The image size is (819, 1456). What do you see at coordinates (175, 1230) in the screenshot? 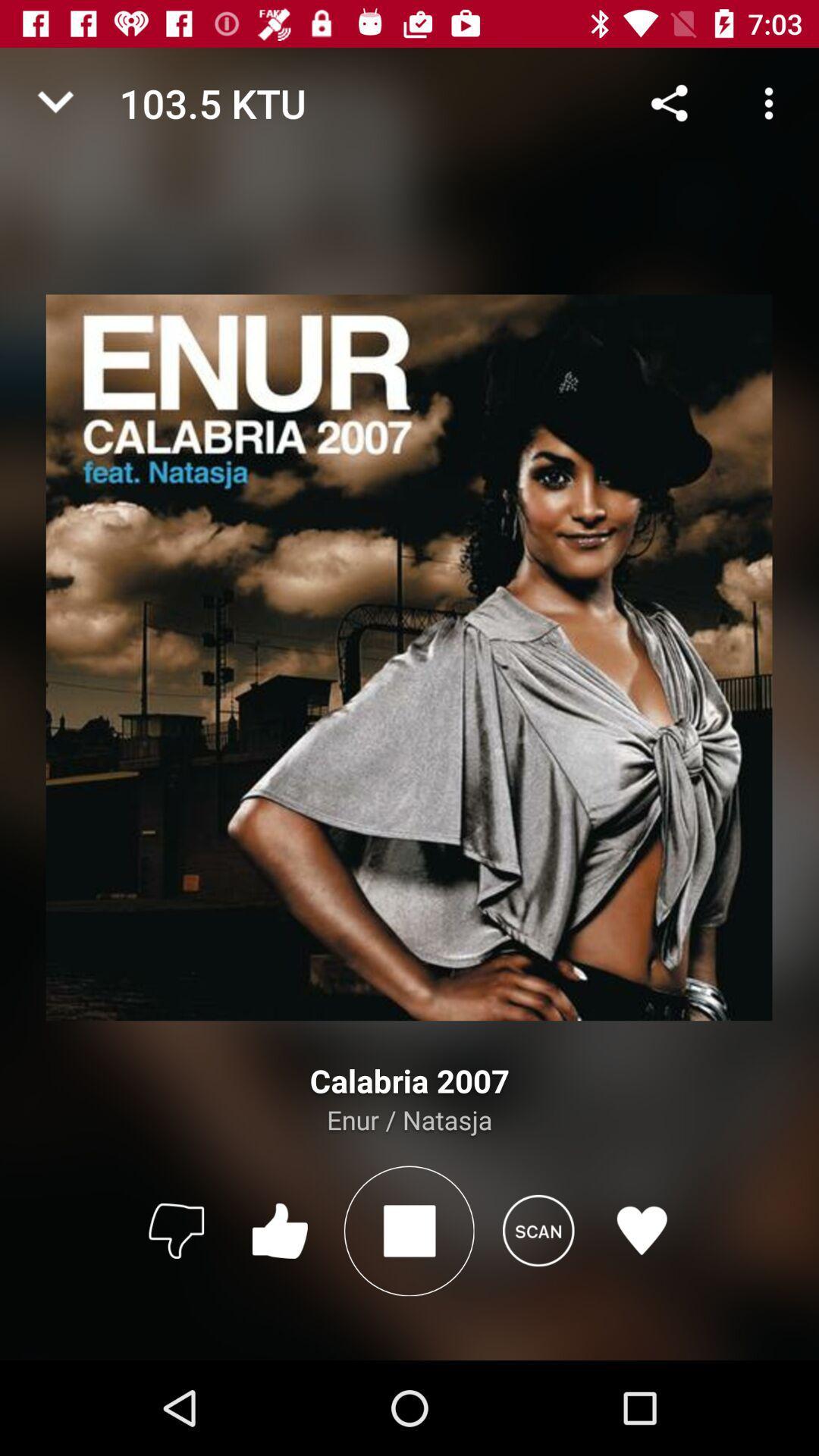
I see `the thumbs_down icon` at bounding box center [175, 1230].